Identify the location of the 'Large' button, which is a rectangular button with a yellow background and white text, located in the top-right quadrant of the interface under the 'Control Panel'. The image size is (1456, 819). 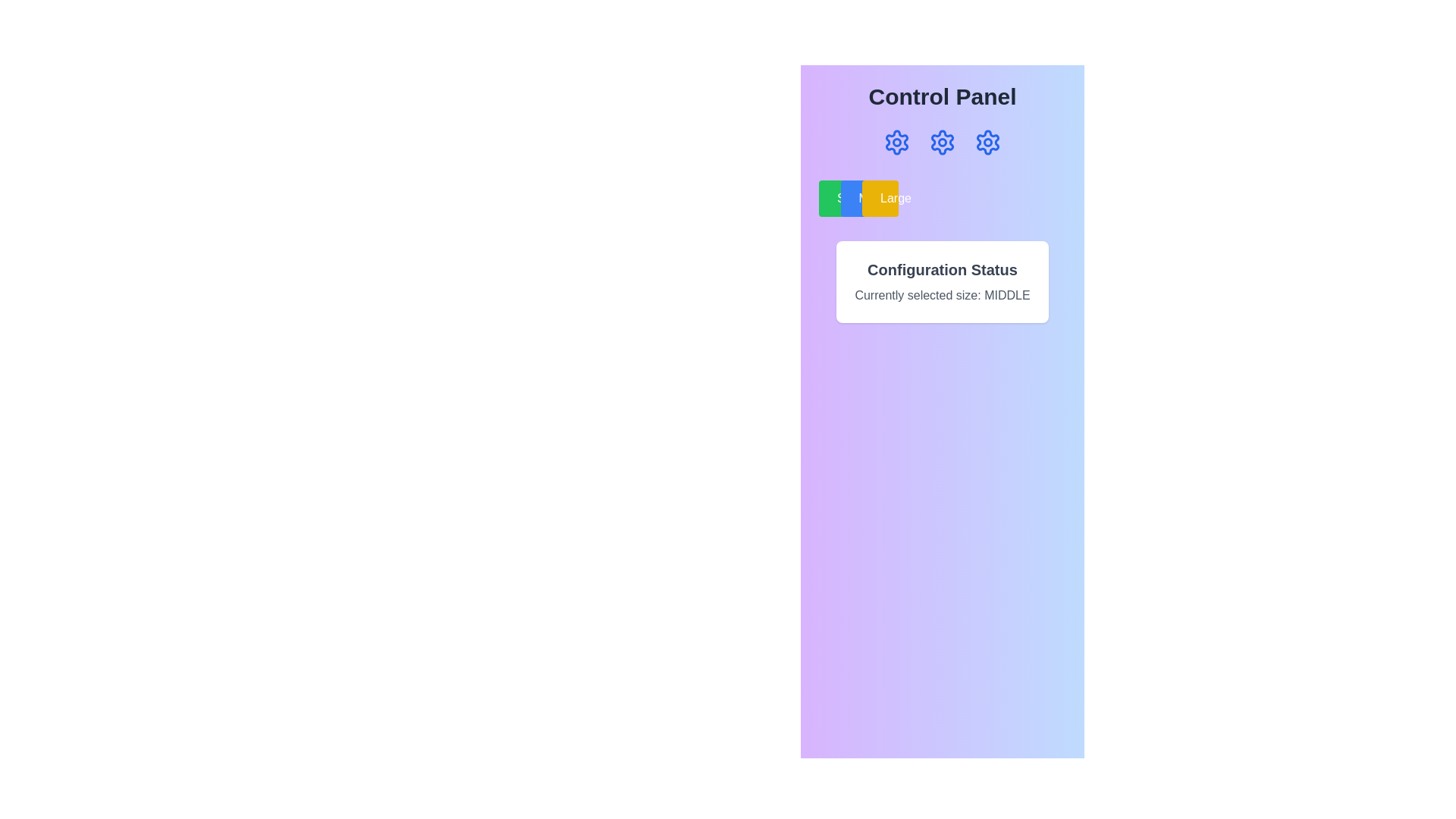
(880, 198).